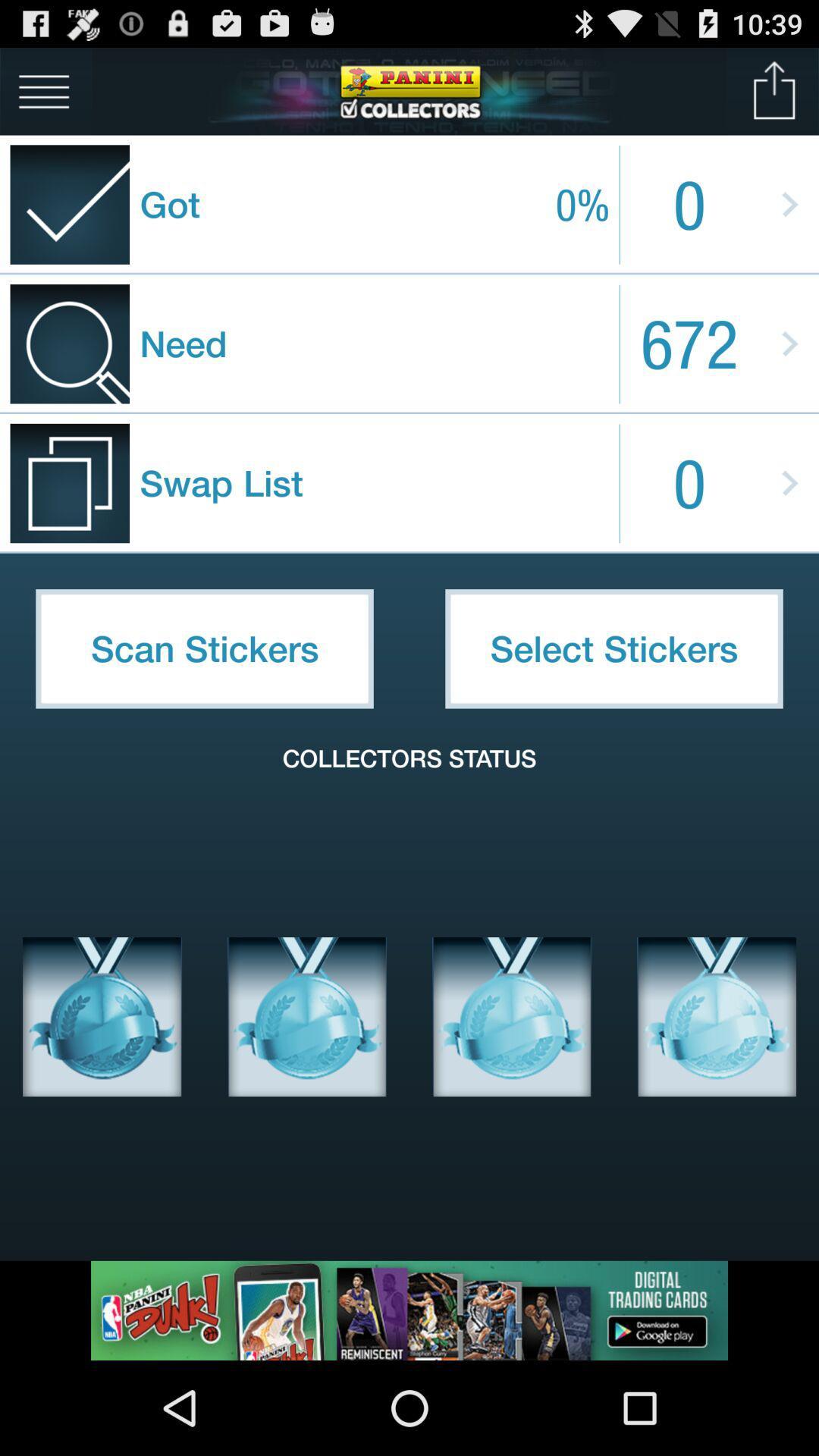 This screenshot has width=819, height=1456. I want to click on the icon on the right, so click(614, 648).